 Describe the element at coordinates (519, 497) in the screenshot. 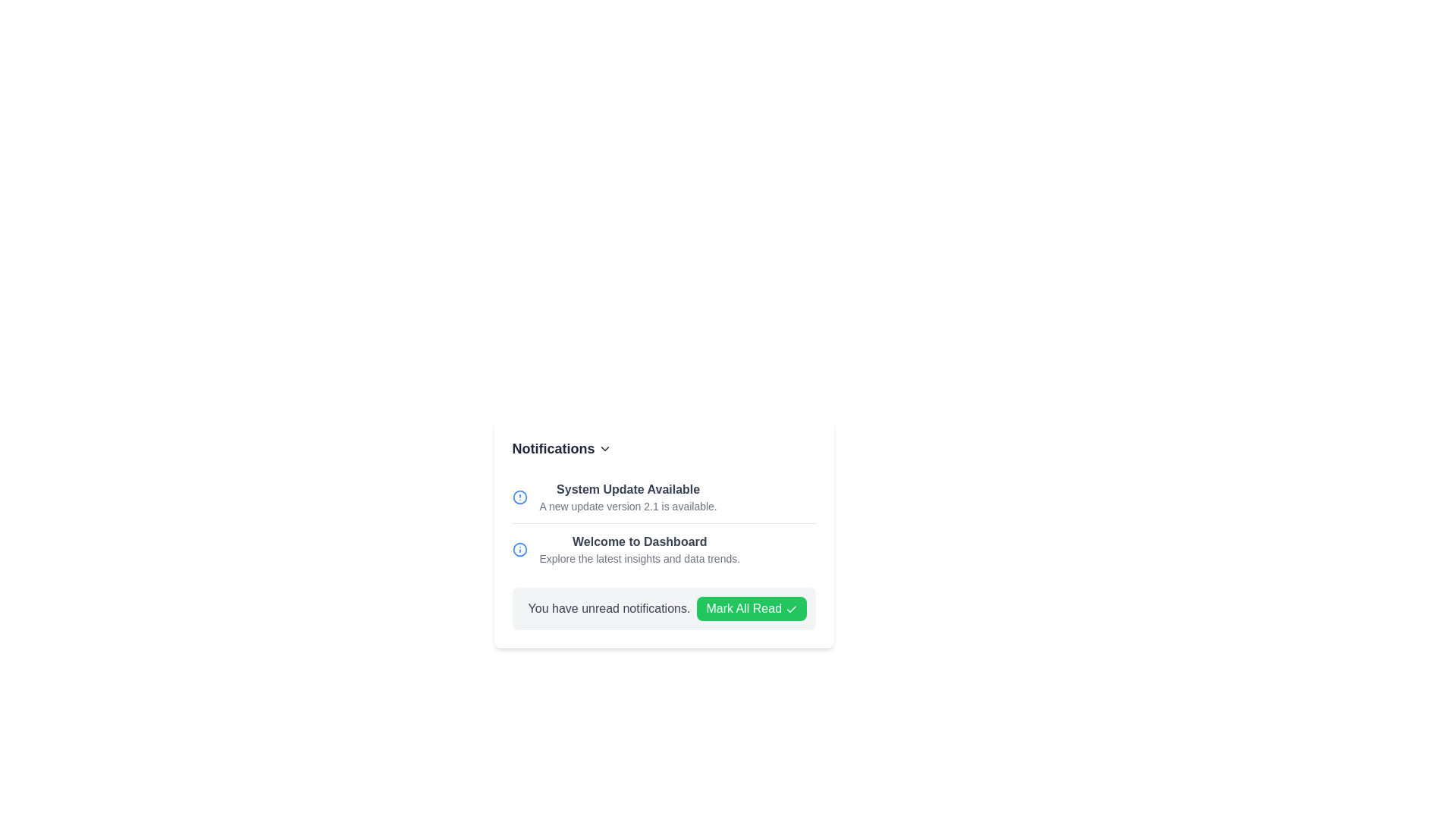

I see `the graphic icon (circle) that represents the alert status for the 'System Update Available' notification, located to the left of the corresponding text` at that location.